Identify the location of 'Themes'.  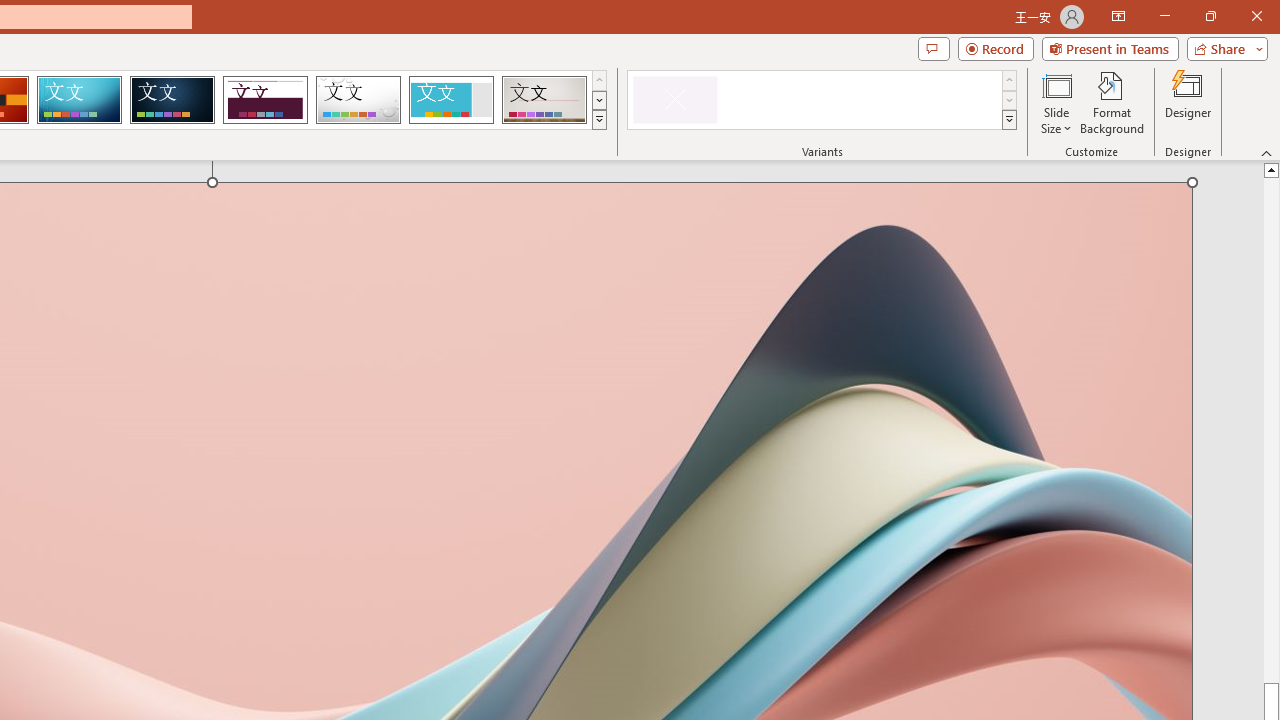
(598, 120).